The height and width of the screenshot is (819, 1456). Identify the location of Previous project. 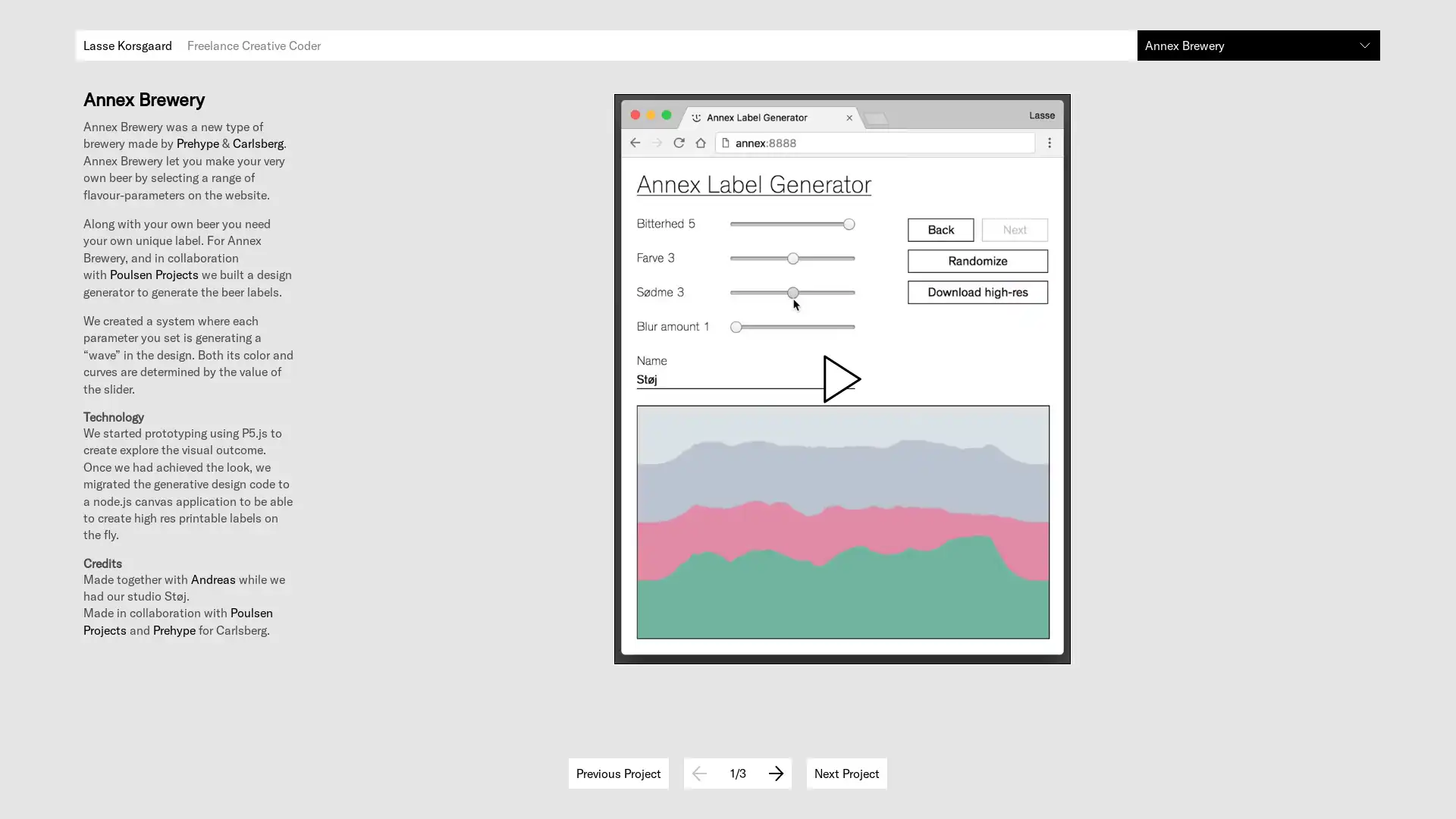
(619, 773).